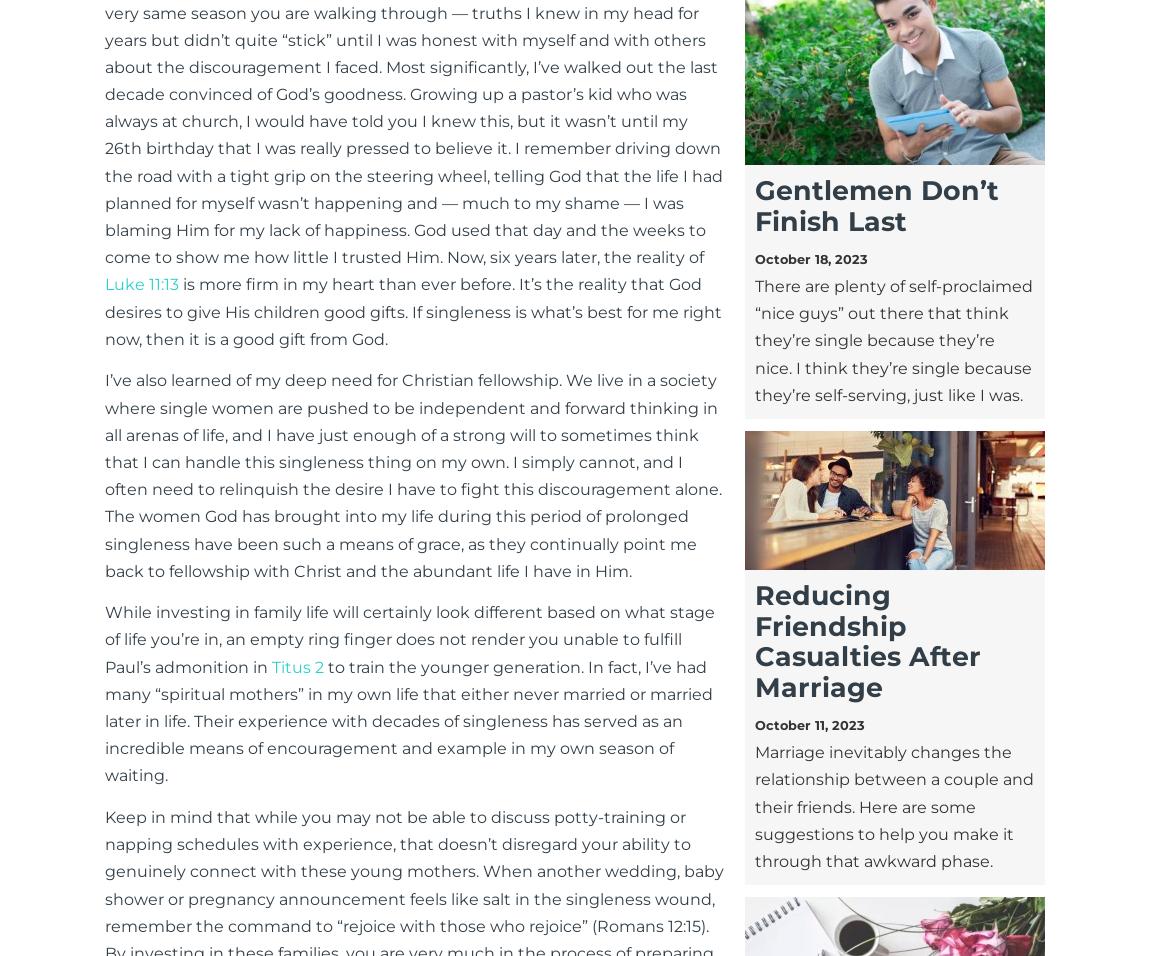 The height and width of the screenshot is (956, 1150). What do you see at coordinates (892, 338) in the screenshot?
I see `'There are plenty of self-proclaimed “nice guys” out there that think they’re single because they’re nice. I think they’re single because they’re self-serving, just like I was.'` at bounding box center [892, 338].